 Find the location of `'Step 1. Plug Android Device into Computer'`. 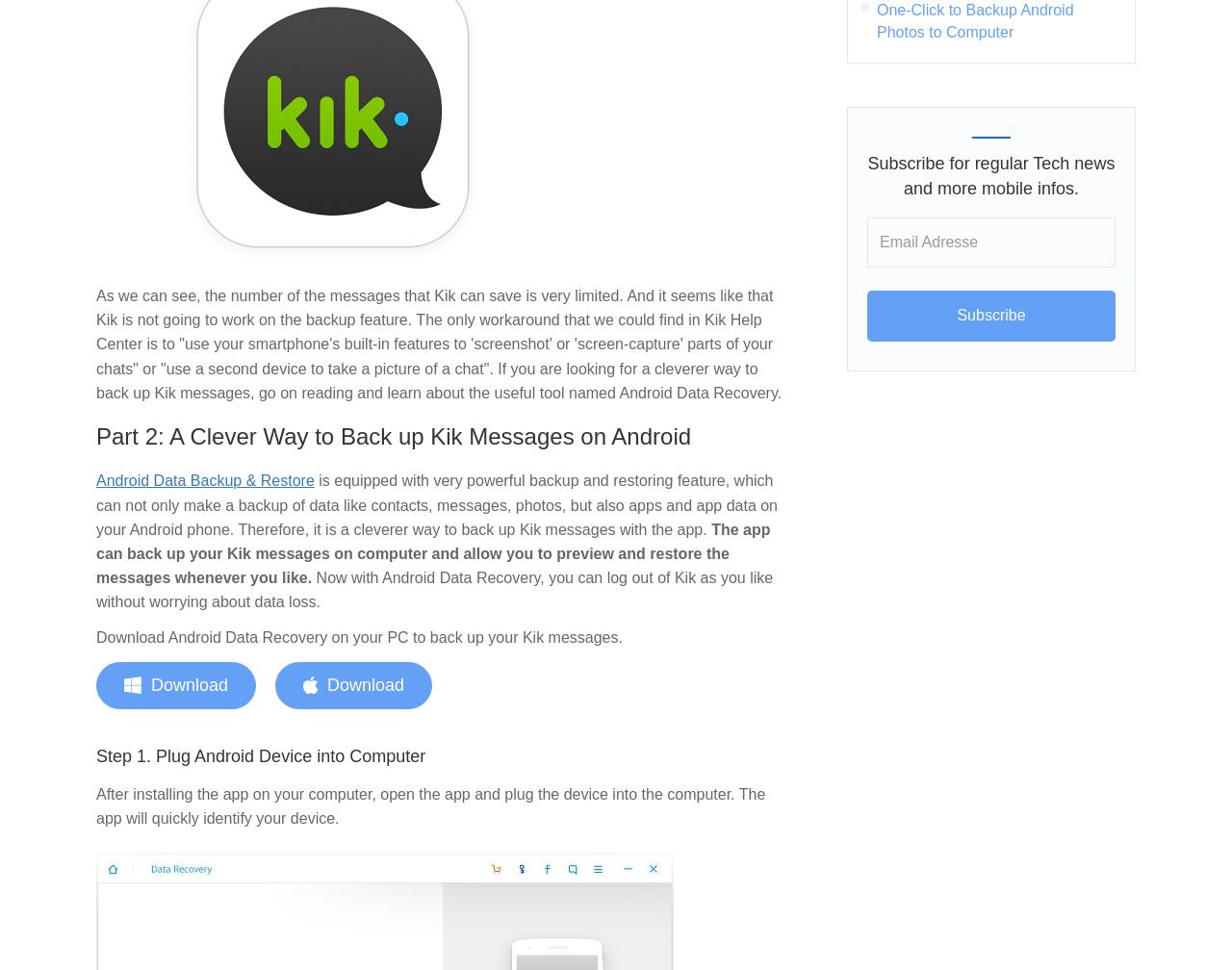

'Step 1. Plug Android Device into Computer' is located at coordinates (259, 755).